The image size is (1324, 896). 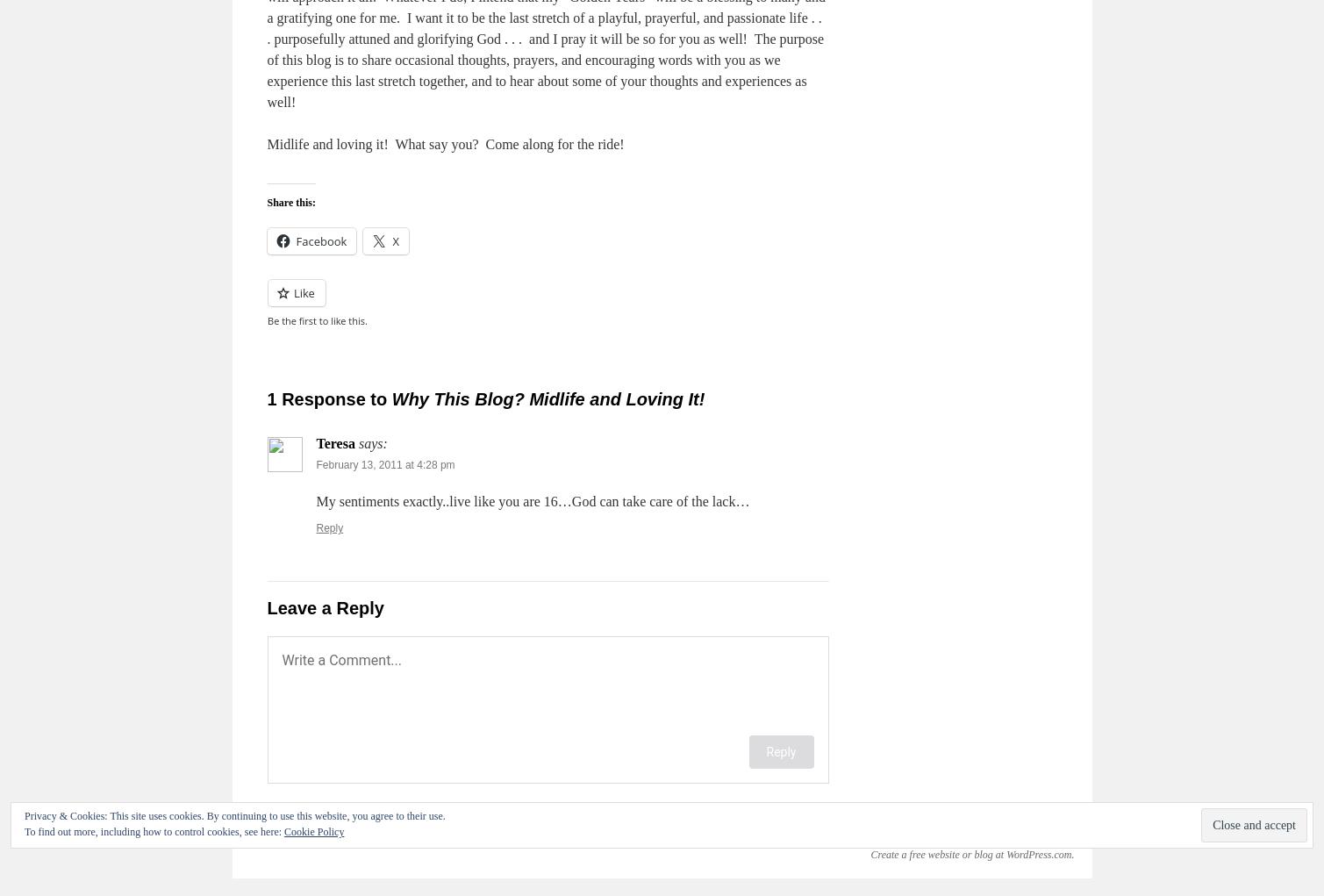 I want to click on 'To find out more, including how to control cookies, see here:', so click(x=154, y=830).